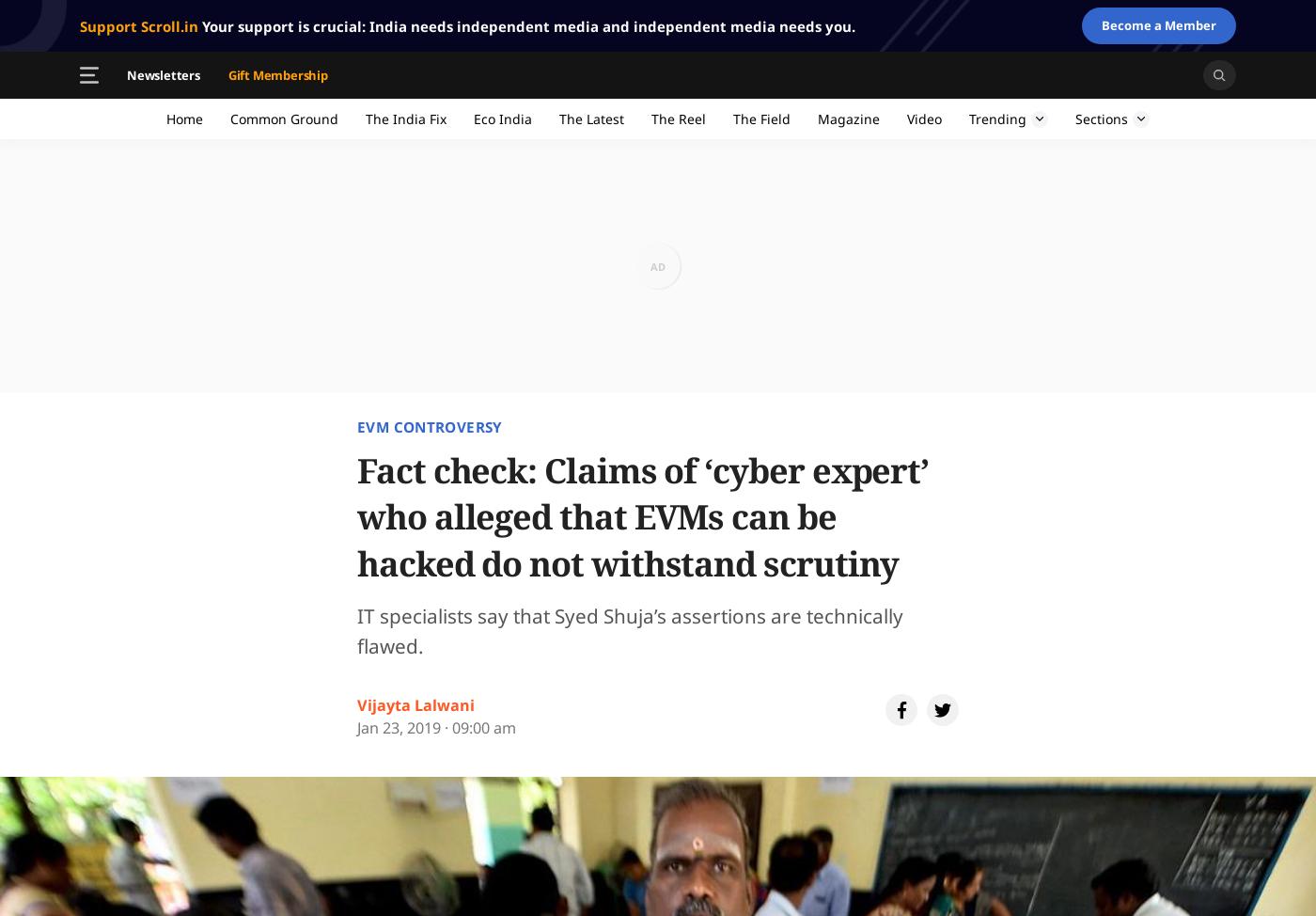  I want to click on 'The Field', so click(761, 118).